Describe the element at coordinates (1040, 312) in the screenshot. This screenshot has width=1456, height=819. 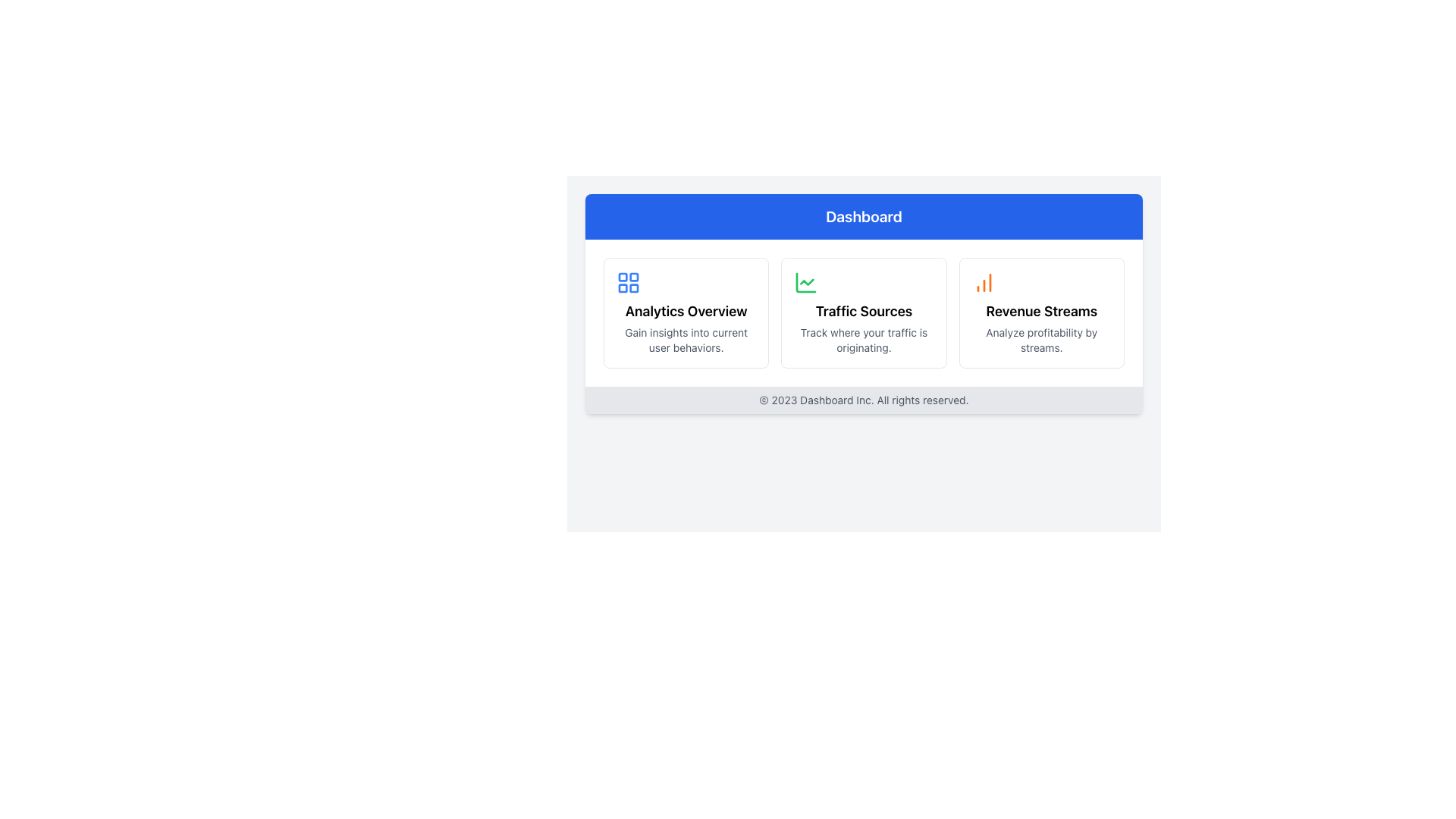
I see `the Informational Card on the Dashboard that provides links for analyzing profitability, located as the third card in a row of three` at that location.